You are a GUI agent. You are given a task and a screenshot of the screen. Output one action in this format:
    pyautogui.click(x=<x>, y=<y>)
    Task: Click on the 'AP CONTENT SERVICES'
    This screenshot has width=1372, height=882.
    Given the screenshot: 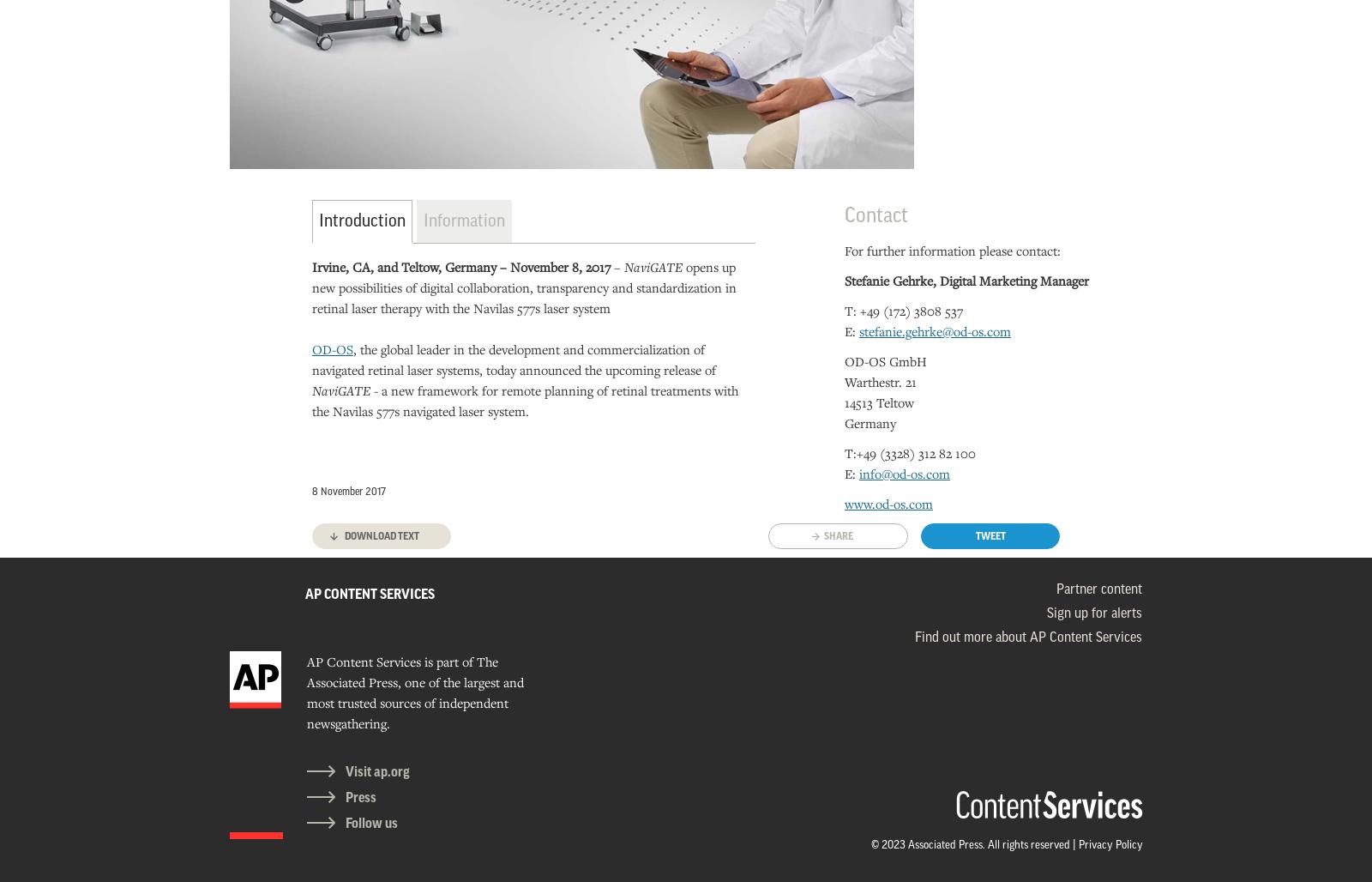 What is the action you would take?
    pyautogui.click(x=369, y=594)
    